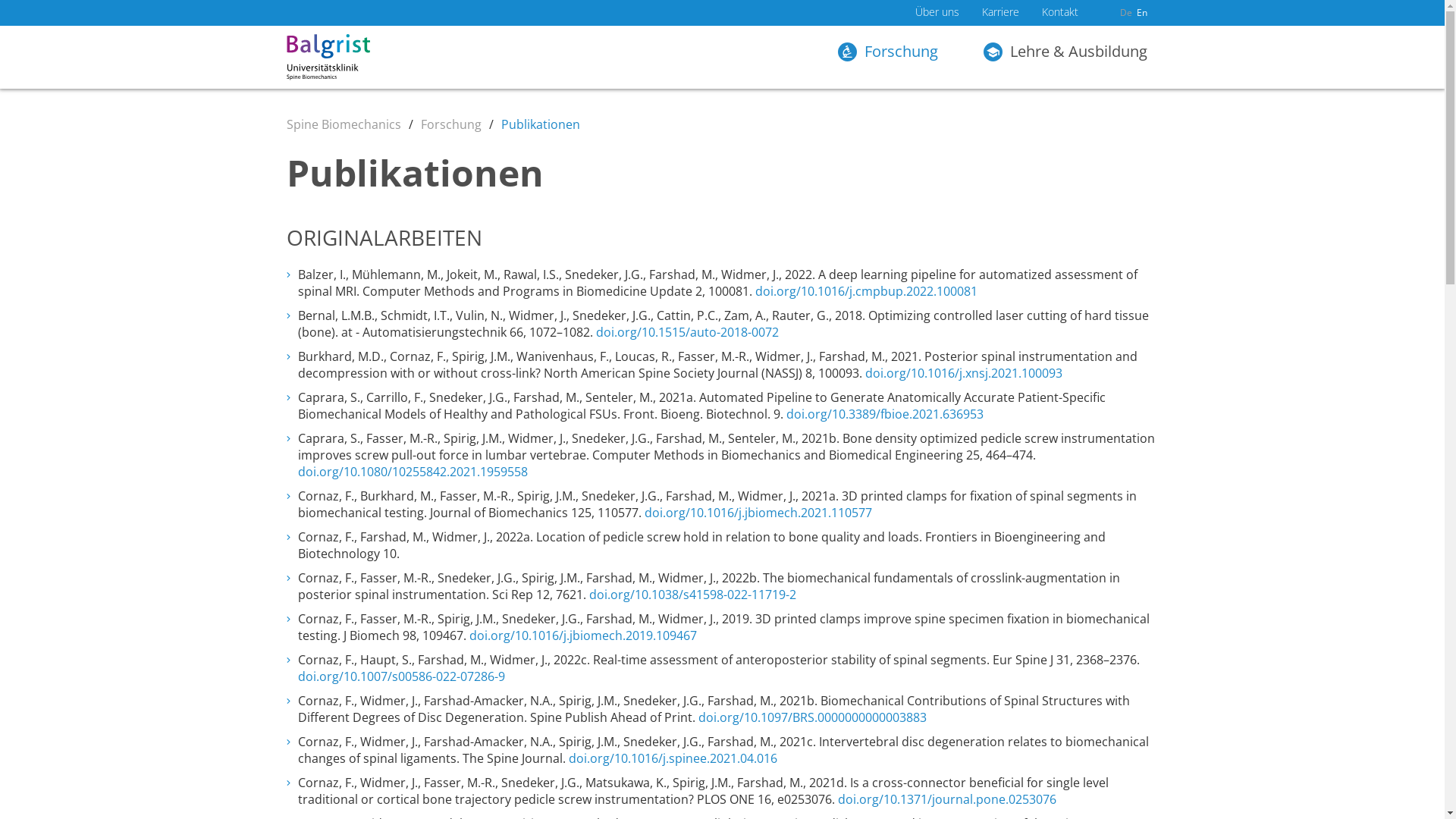 The height and width of the screenshot is (819, 1456). Describe the element at coordinates (343, 124) in the screenshot. I see `'Spine Biomechanics'` at that location.